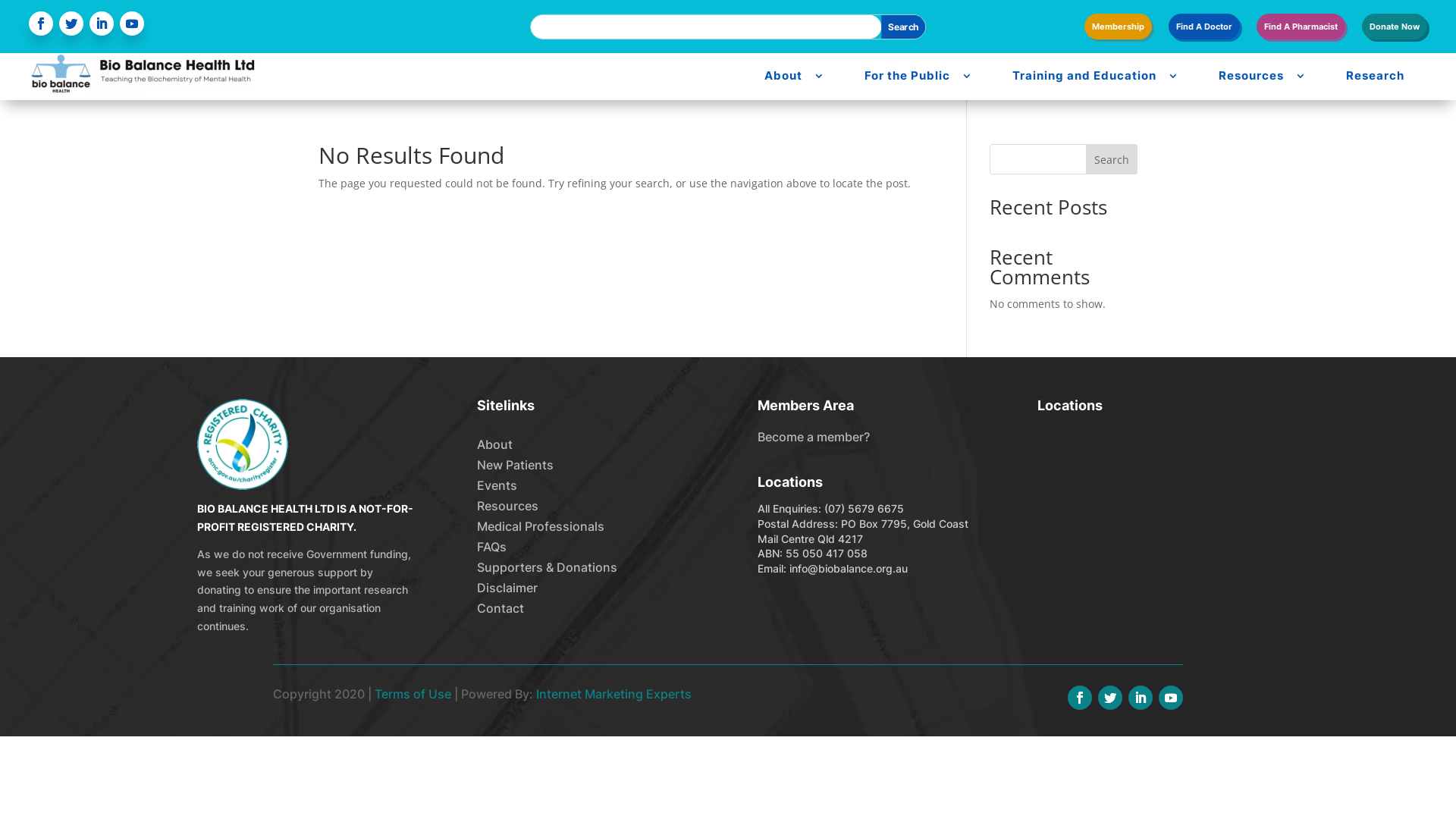 The height and width of the screenshot is (819, 1456). I want to click on 'About', so click(783, 76).